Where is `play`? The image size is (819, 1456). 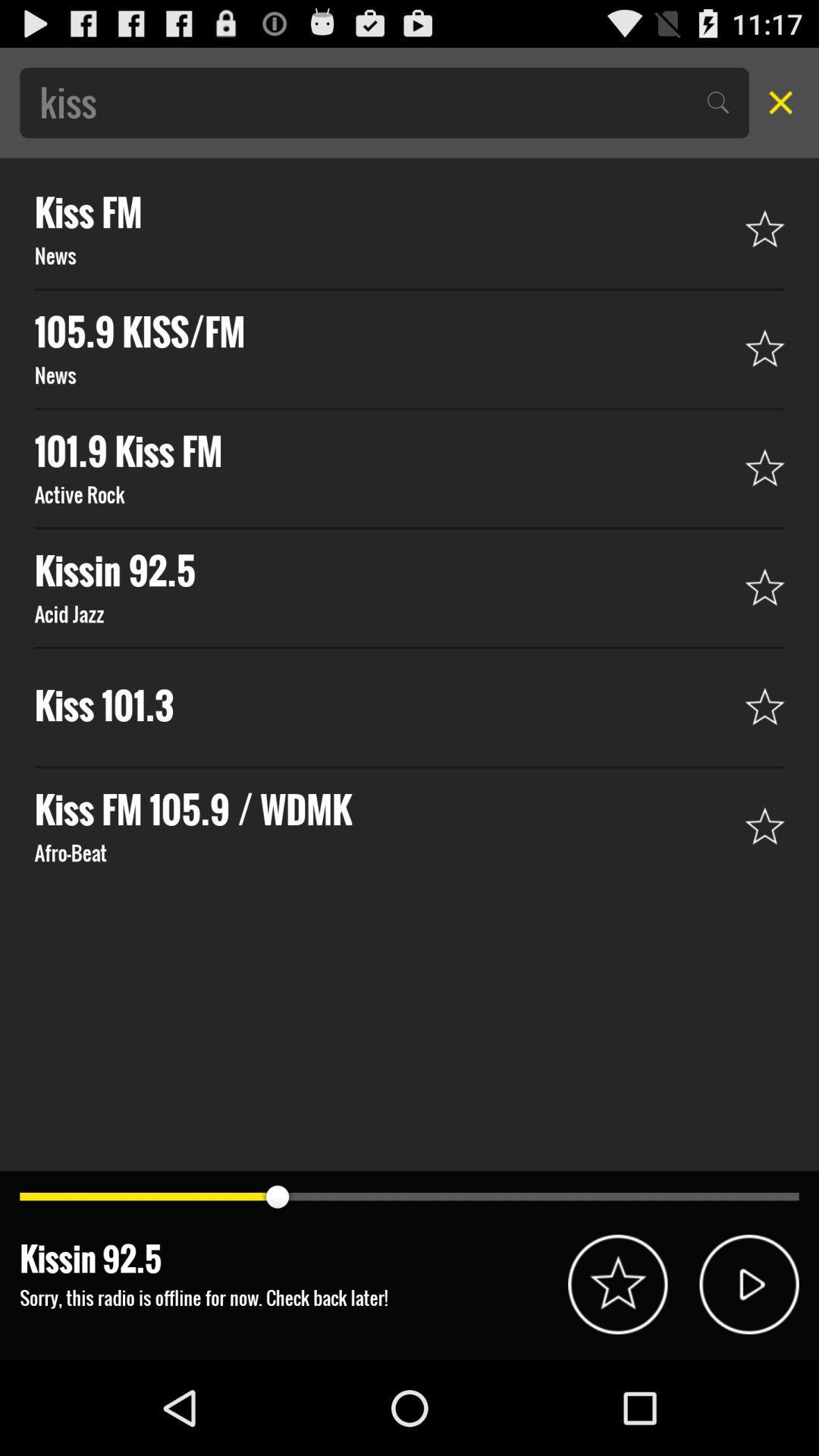
play is located at coordinates (748, 1283).